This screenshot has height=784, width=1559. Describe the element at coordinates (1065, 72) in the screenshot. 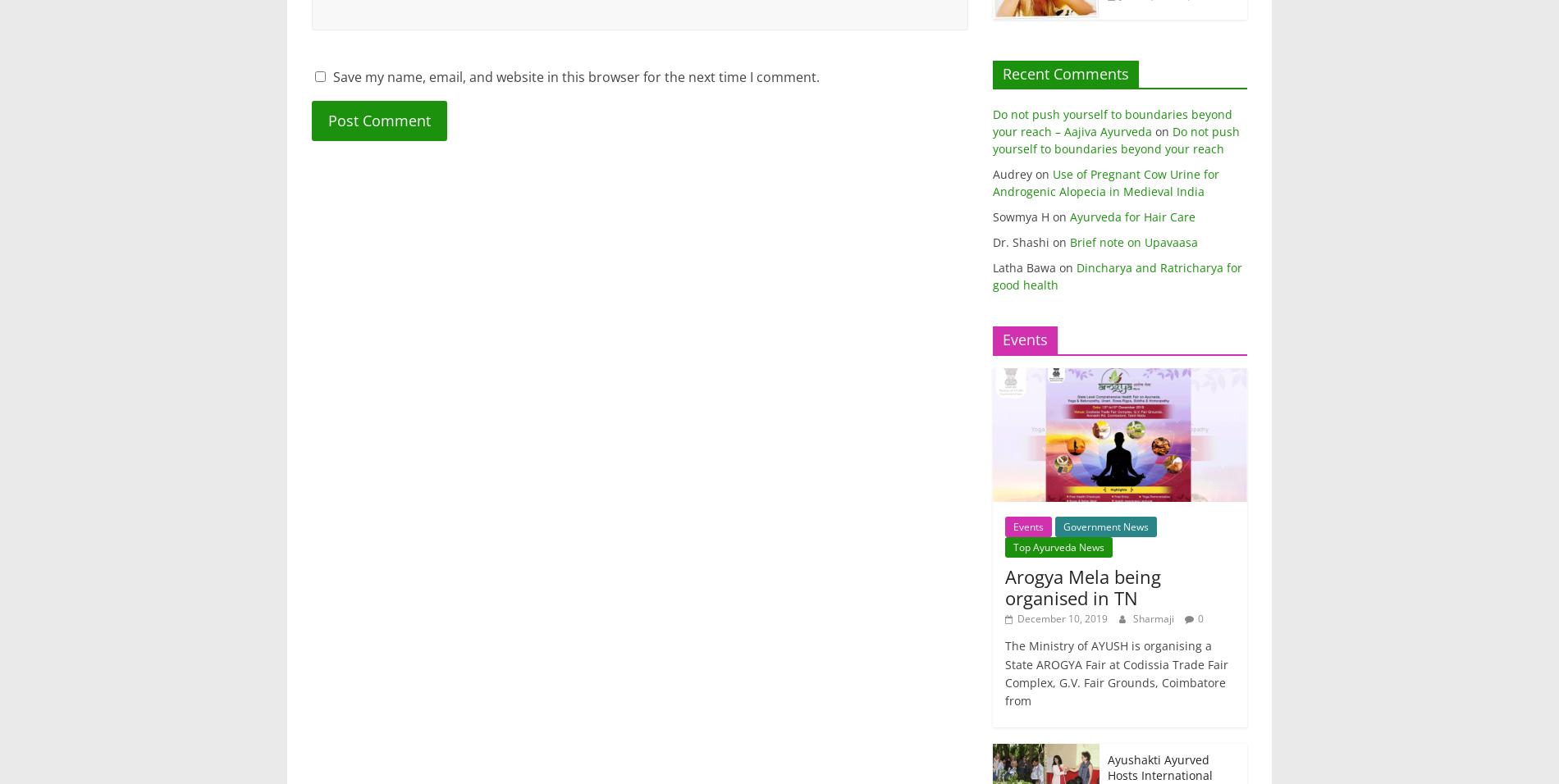

I see `'Recent Comments'` at that location.